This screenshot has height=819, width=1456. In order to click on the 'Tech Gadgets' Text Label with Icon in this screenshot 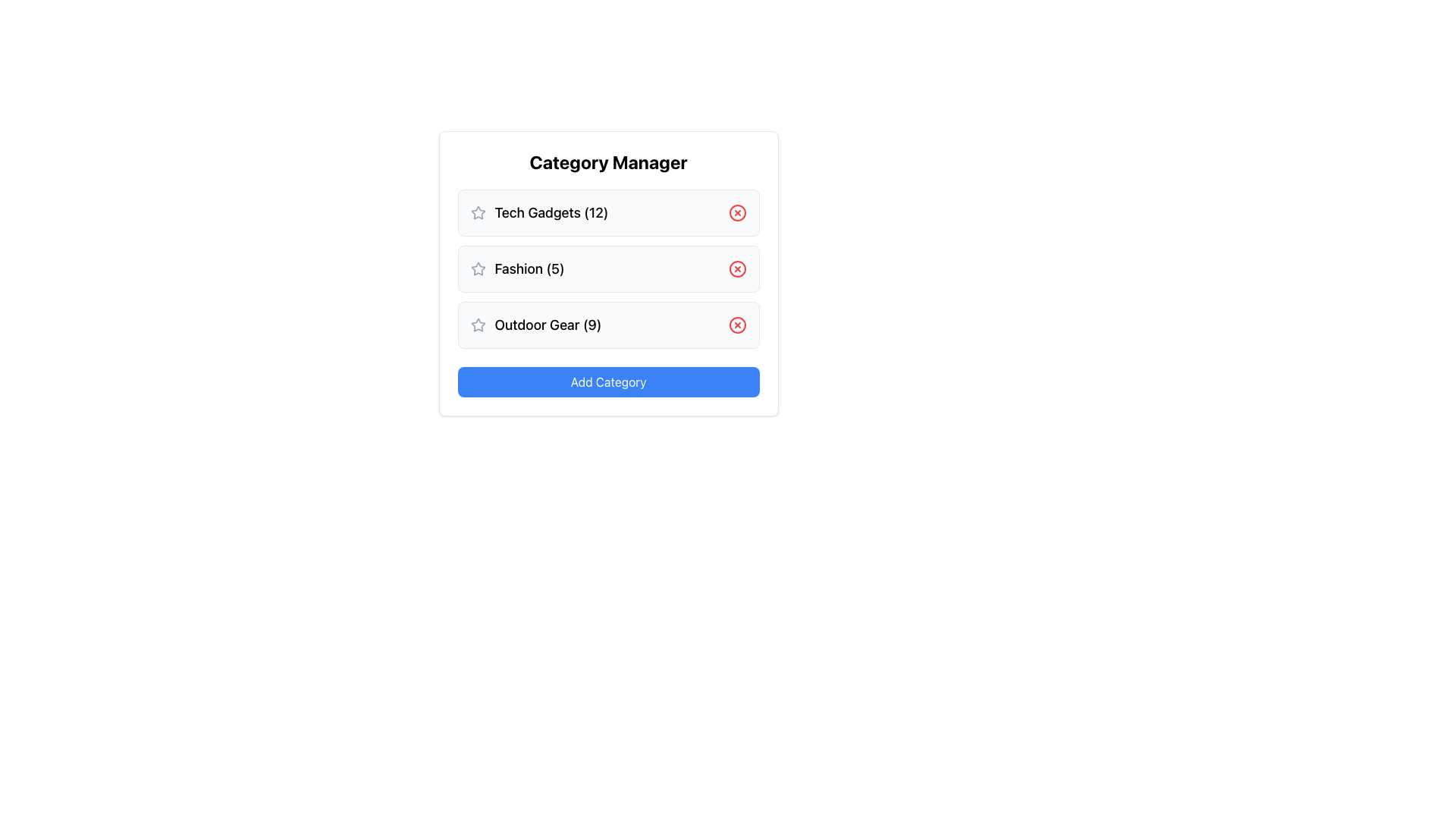, I will do `click(539, 213)`.